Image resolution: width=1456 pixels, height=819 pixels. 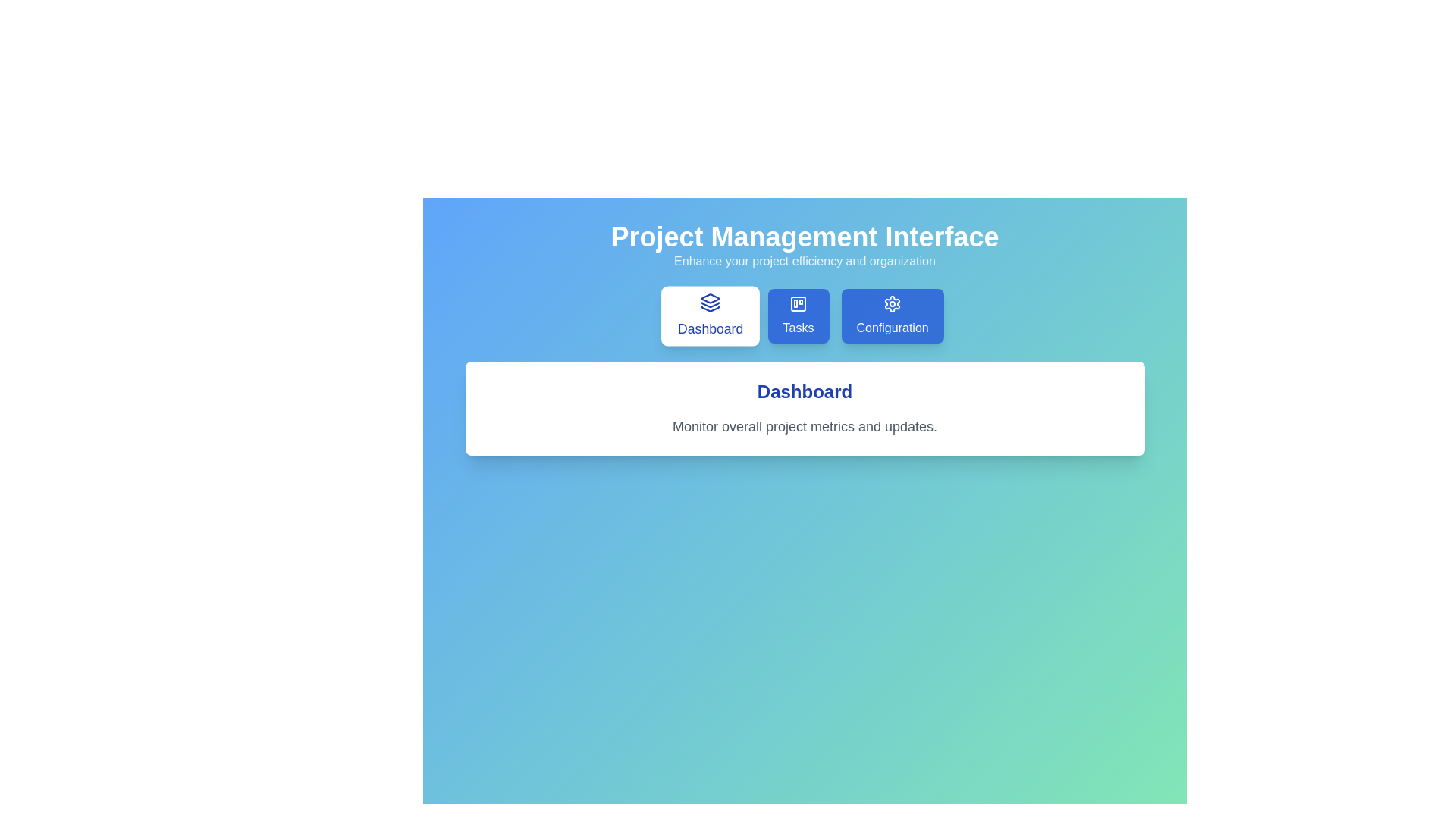 I want to click on the tab labeled Configuration, so click(x=893, y=315).